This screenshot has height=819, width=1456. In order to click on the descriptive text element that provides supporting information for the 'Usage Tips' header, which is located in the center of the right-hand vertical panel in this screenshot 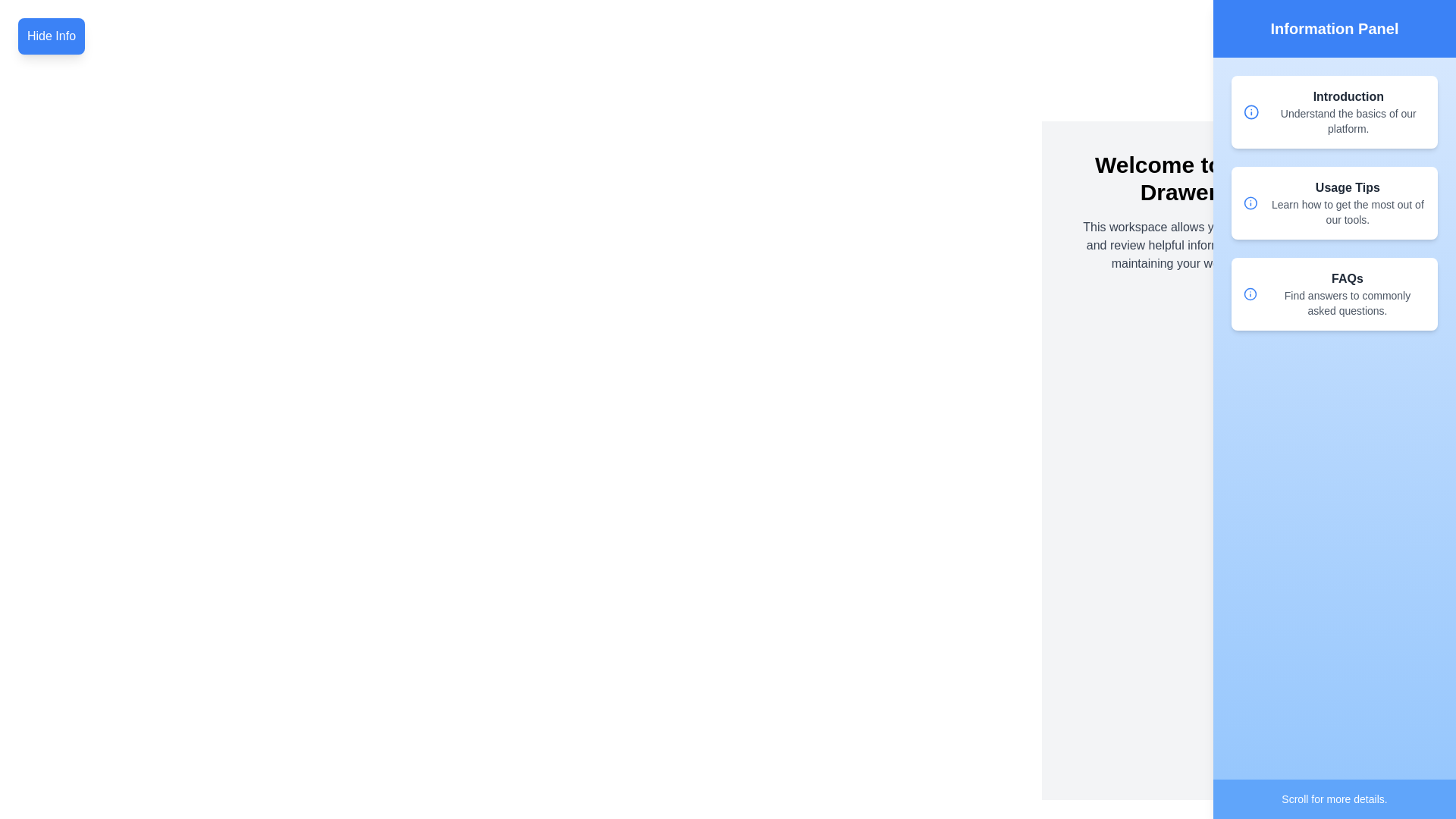, I will do `click(1348, 212)`.